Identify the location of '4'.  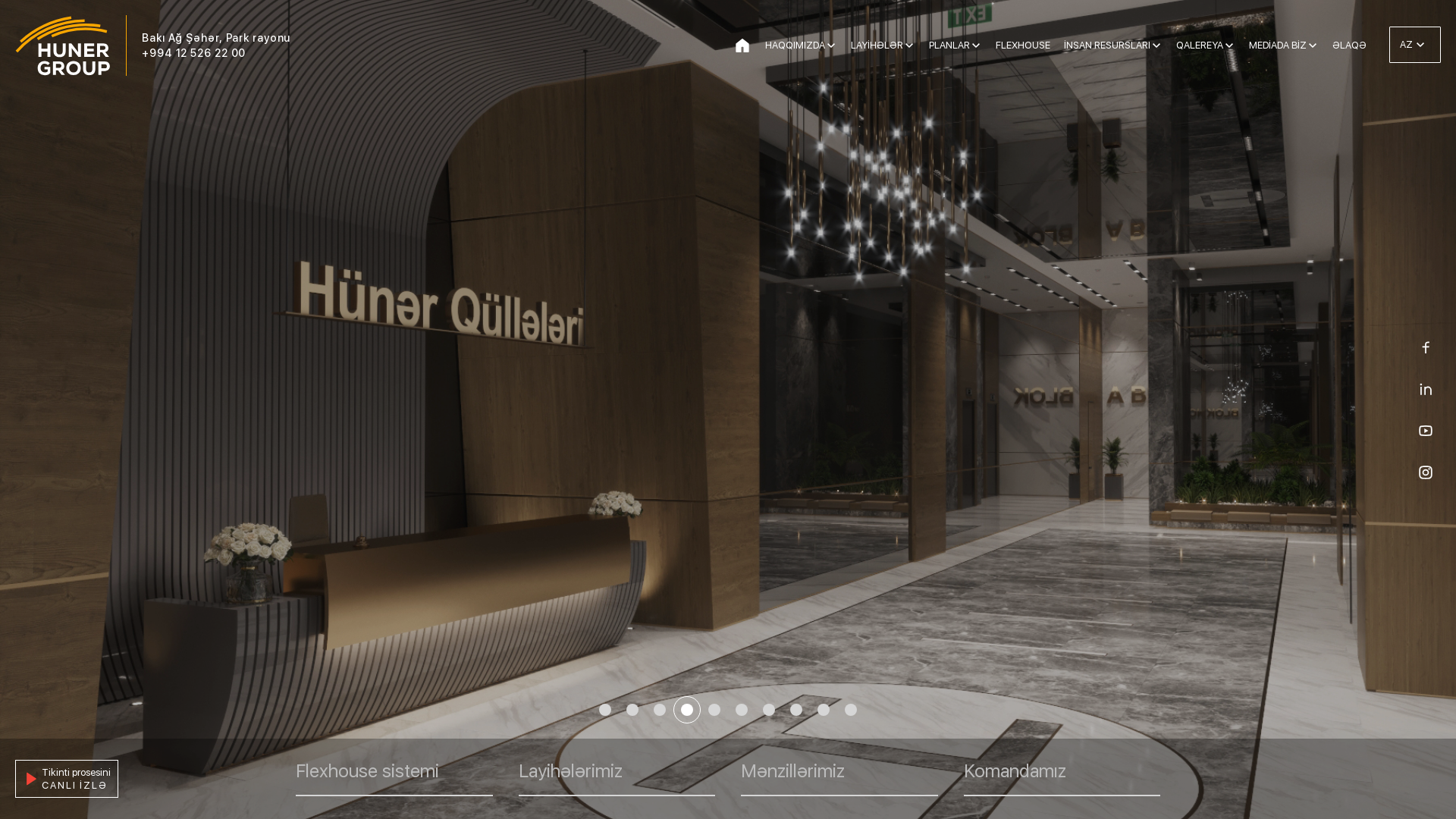
(686, 710).